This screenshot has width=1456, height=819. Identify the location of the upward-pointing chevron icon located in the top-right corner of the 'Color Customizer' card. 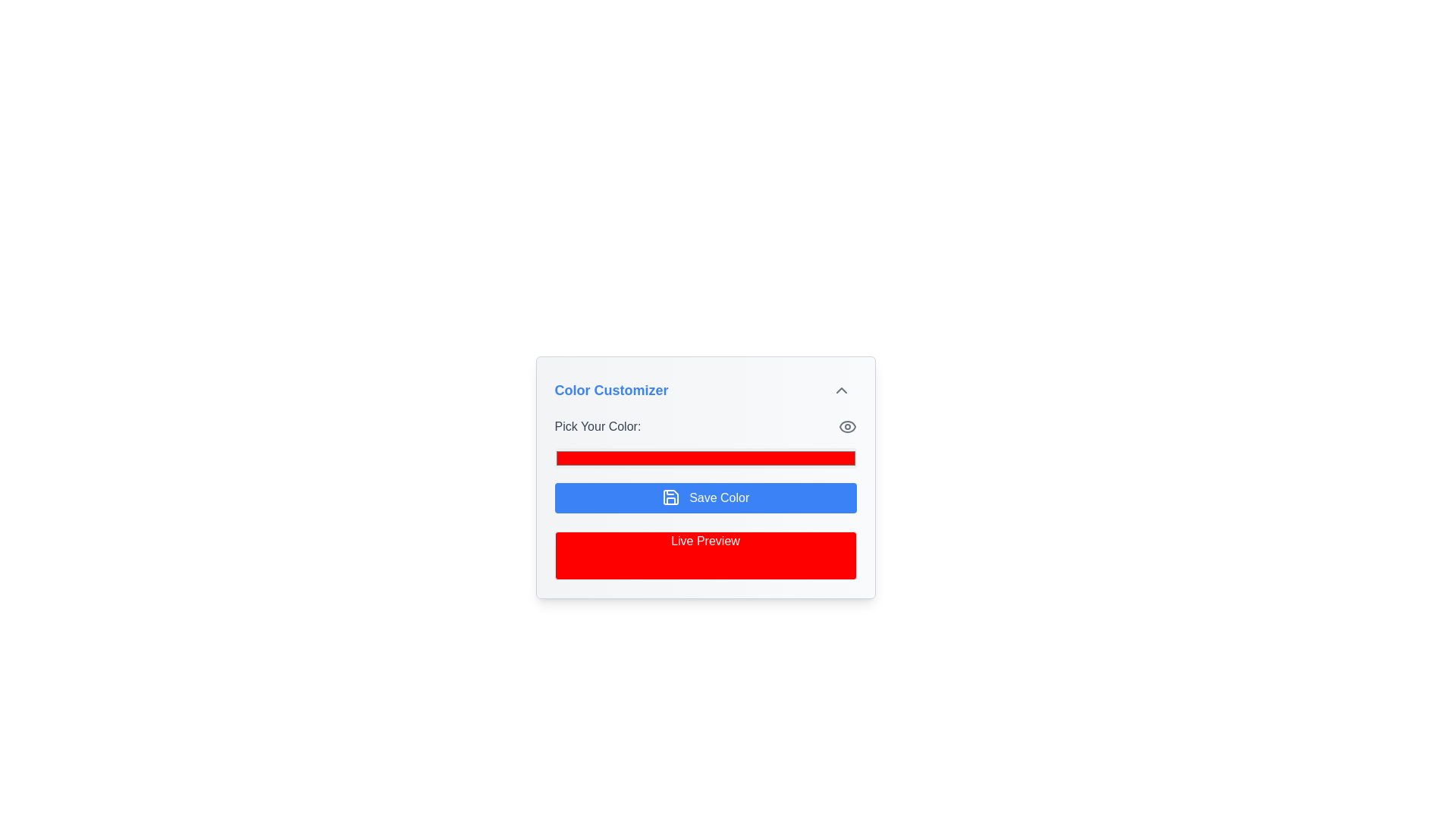
(840, 390).